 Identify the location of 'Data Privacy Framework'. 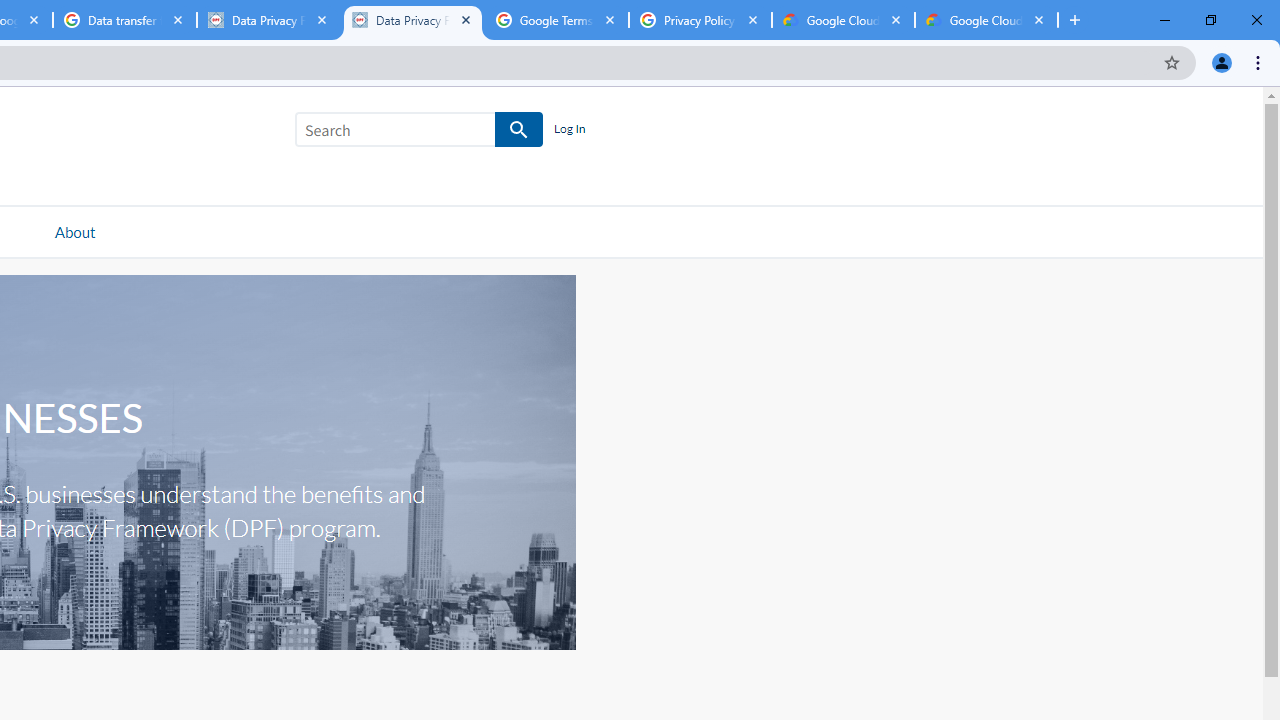
(267, 20).